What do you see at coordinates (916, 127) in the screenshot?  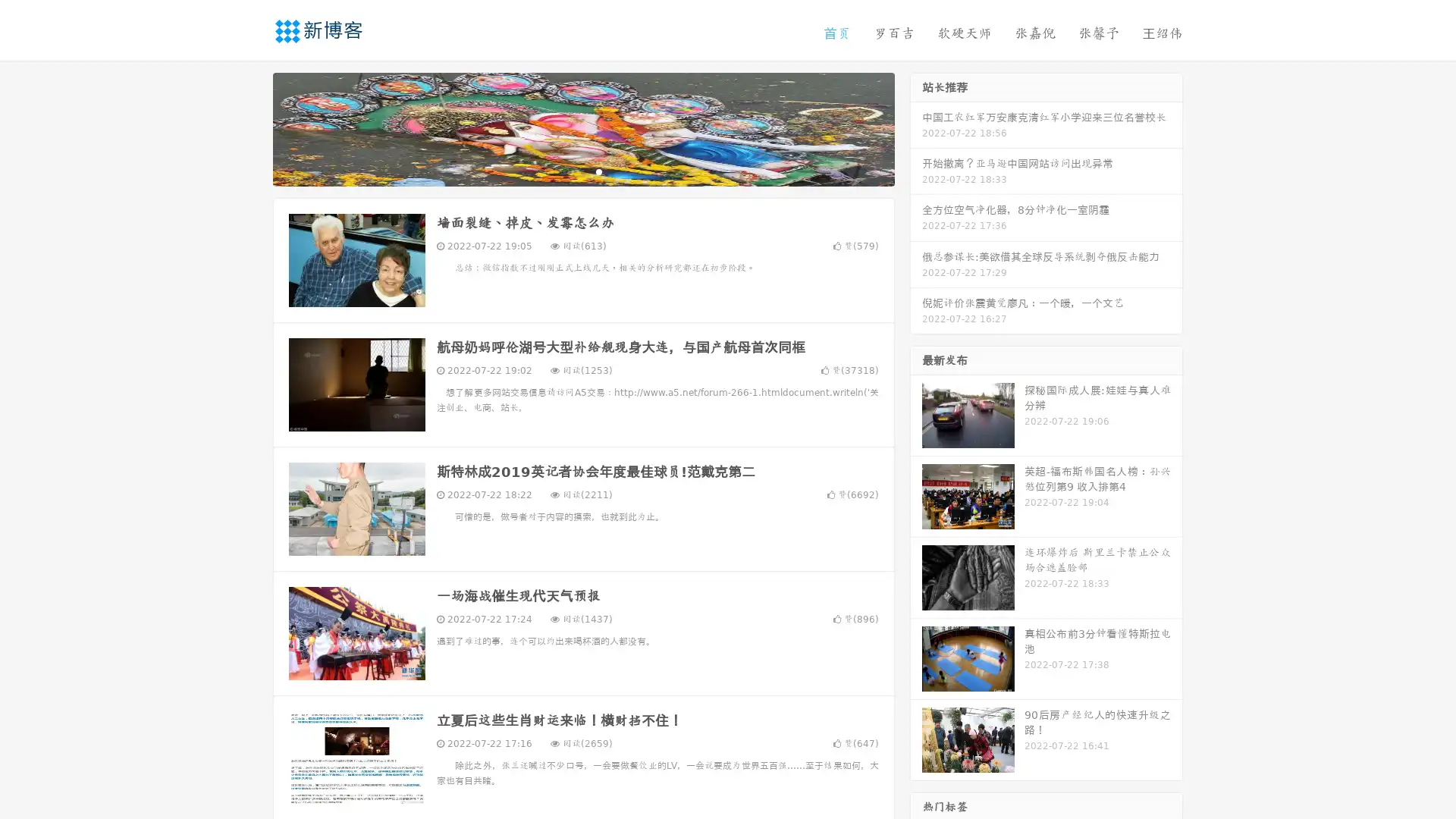 I see `Next slide` at bounding box center [916, 127].